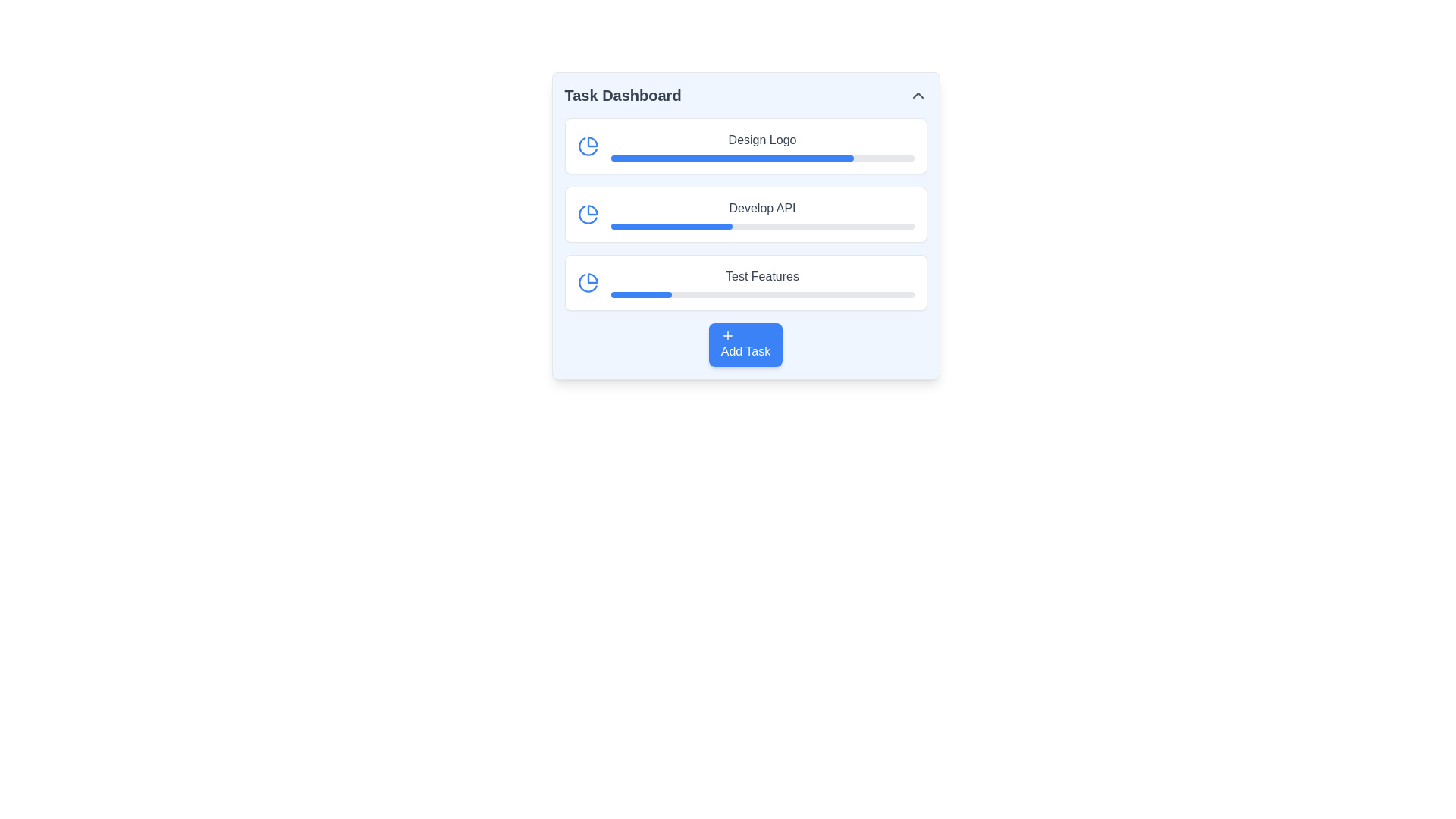 Image resolution: width=1456 pixels, height=819 pixels. I want to click on the third horizontal progress bar located below the 'Test Features' text label in the 'Task Dashboard' section, so click(762, 295).